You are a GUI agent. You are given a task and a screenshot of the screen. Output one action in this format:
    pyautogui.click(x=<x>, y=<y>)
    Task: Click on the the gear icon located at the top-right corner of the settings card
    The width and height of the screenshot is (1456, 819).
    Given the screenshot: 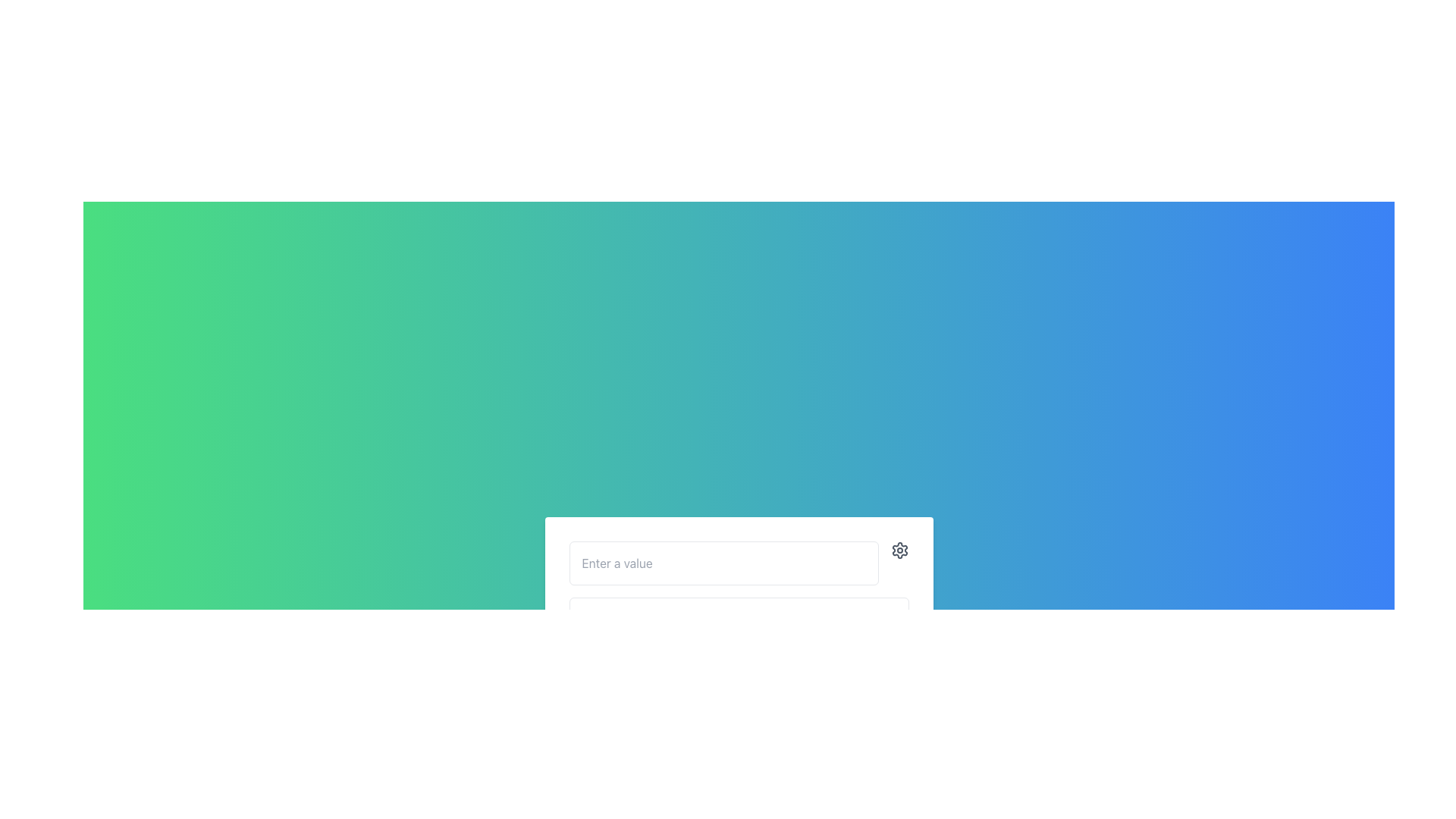 What is the action you would take?
    pyautogui.click(x=899, y=550)
    